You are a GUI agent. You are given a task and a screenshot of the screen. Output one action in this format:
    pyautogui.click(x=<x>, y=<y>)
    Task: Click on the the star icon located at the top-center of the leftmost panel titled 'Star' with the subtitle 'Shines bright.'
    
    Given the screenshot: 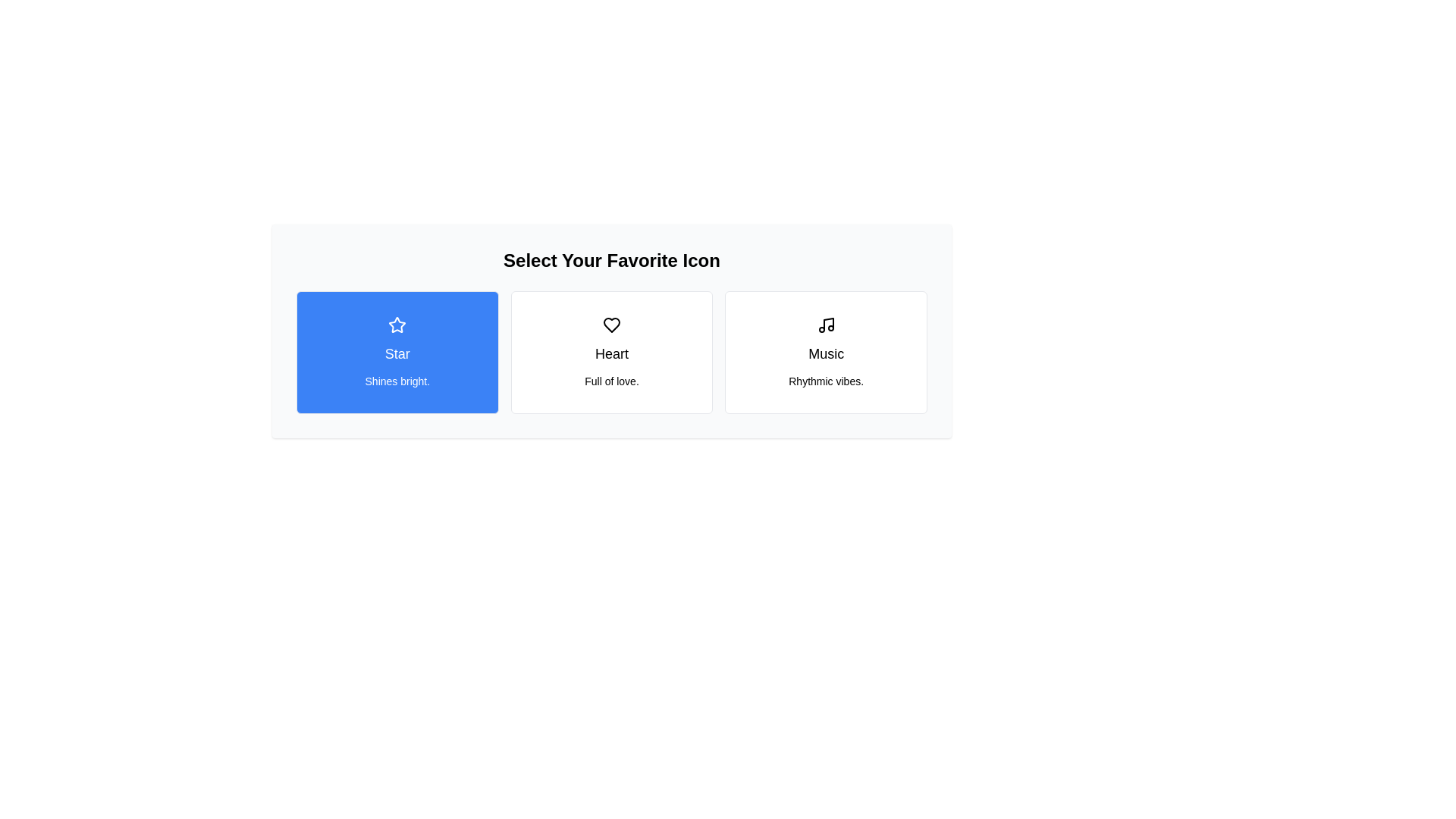 What is the action you would take?
    pyautogui.click(x=397, y=324)
    